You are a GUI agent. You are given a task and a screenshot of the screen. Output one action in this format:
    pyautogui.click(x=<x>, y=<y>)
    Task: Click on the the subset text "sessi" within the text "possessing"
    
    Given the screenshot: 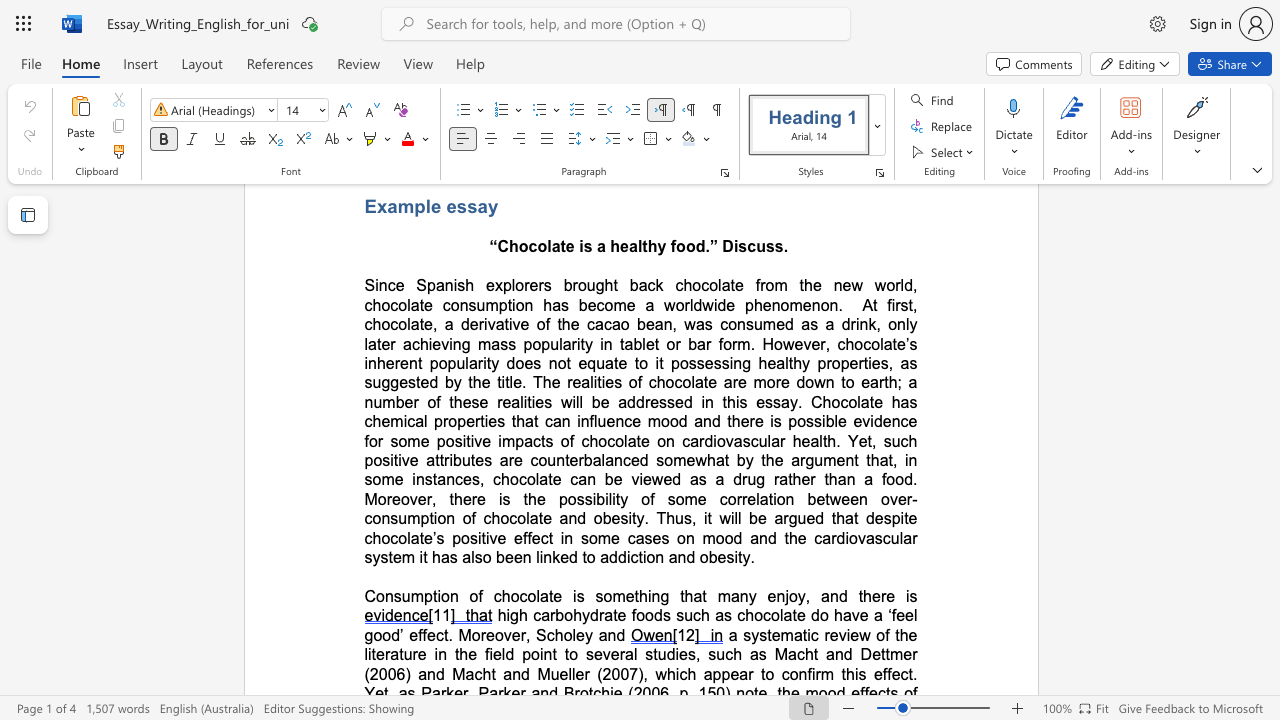 What is the action you would take?
    pyautogui.click(x=696, y=363)
    